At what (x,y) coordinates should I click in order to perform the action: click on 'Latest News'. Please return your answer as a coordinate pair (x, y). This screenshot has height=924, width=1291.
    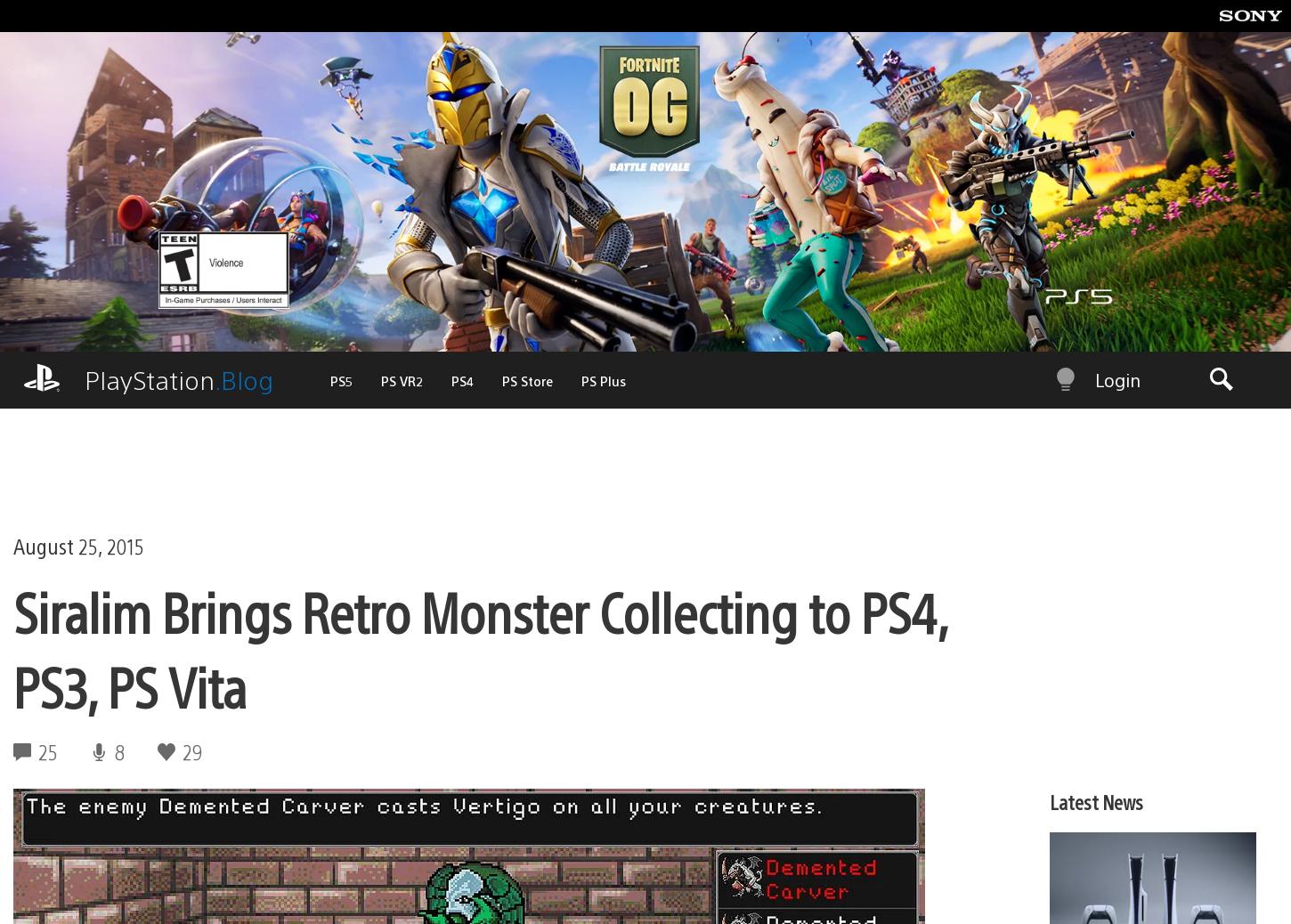
    Looking at the image, I should click on (1096, 772).